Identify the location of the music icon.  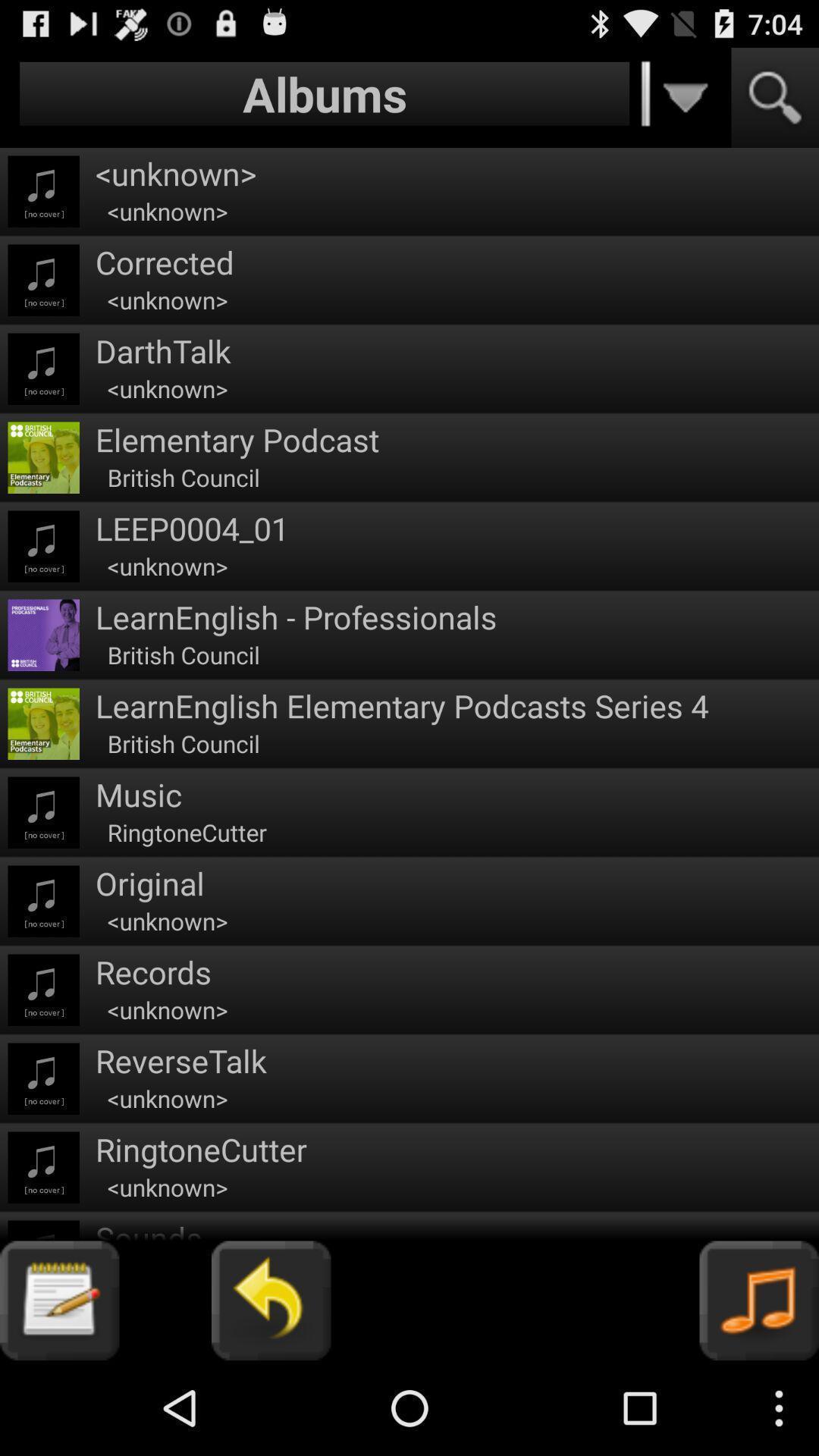
(759, 1392).